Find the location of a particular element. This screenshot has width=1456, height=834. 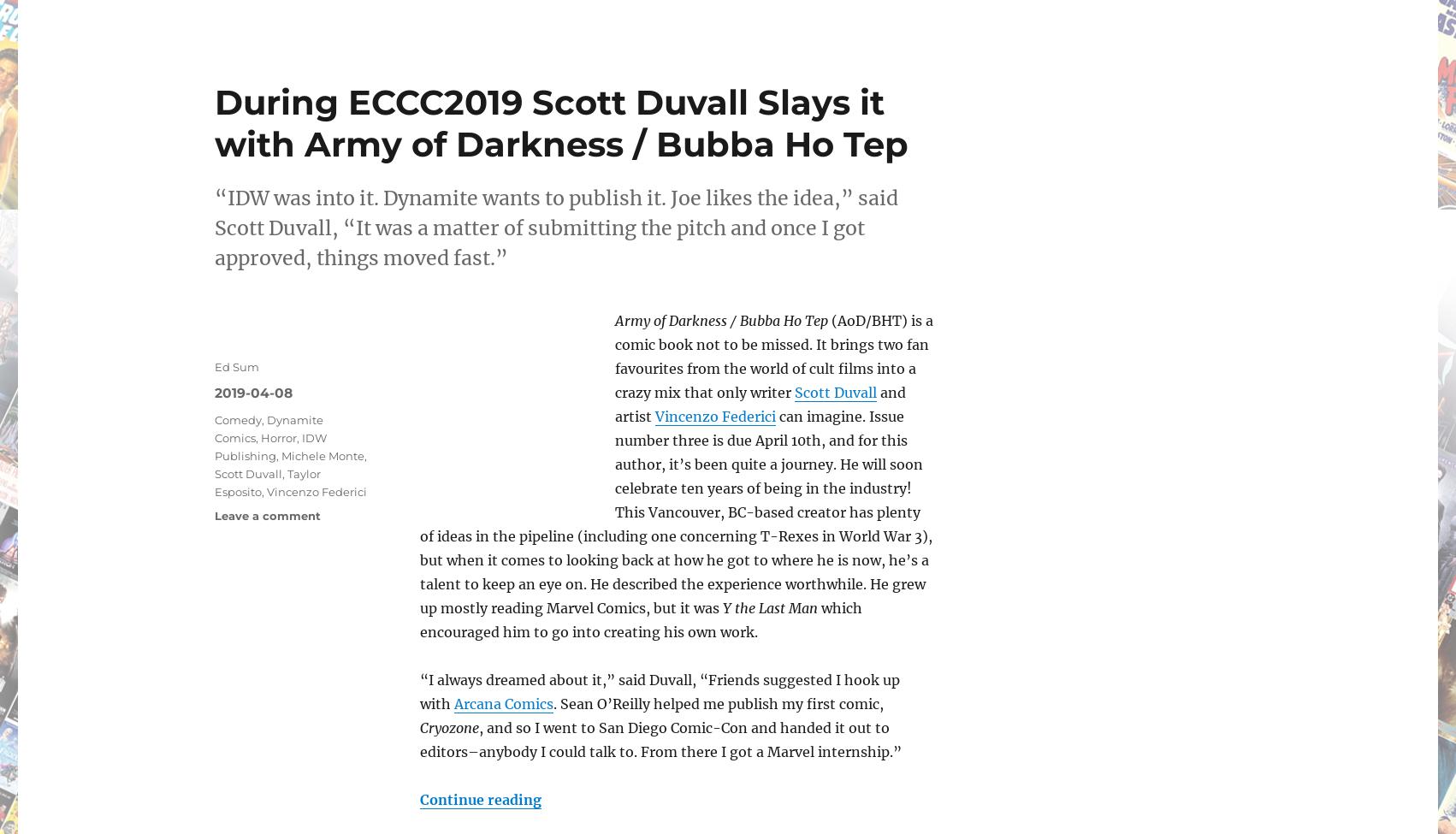

'can imagine. Issue number three is due April 10th, and for this author, it’s been quite a journey. He will soon celebrate ten years of being in the industry! This Vancouver, BC-based creator has plenty of ideas in the pipeline (including one concerning T-Rexes in World War 3), but when it comes to looking back at how he got to where he is now, he’s a talent to keep an eye on. He described the experience worthwhile. He grew up mostly reading Marvel Comics, but it was' is located at coordinates (675, 512).